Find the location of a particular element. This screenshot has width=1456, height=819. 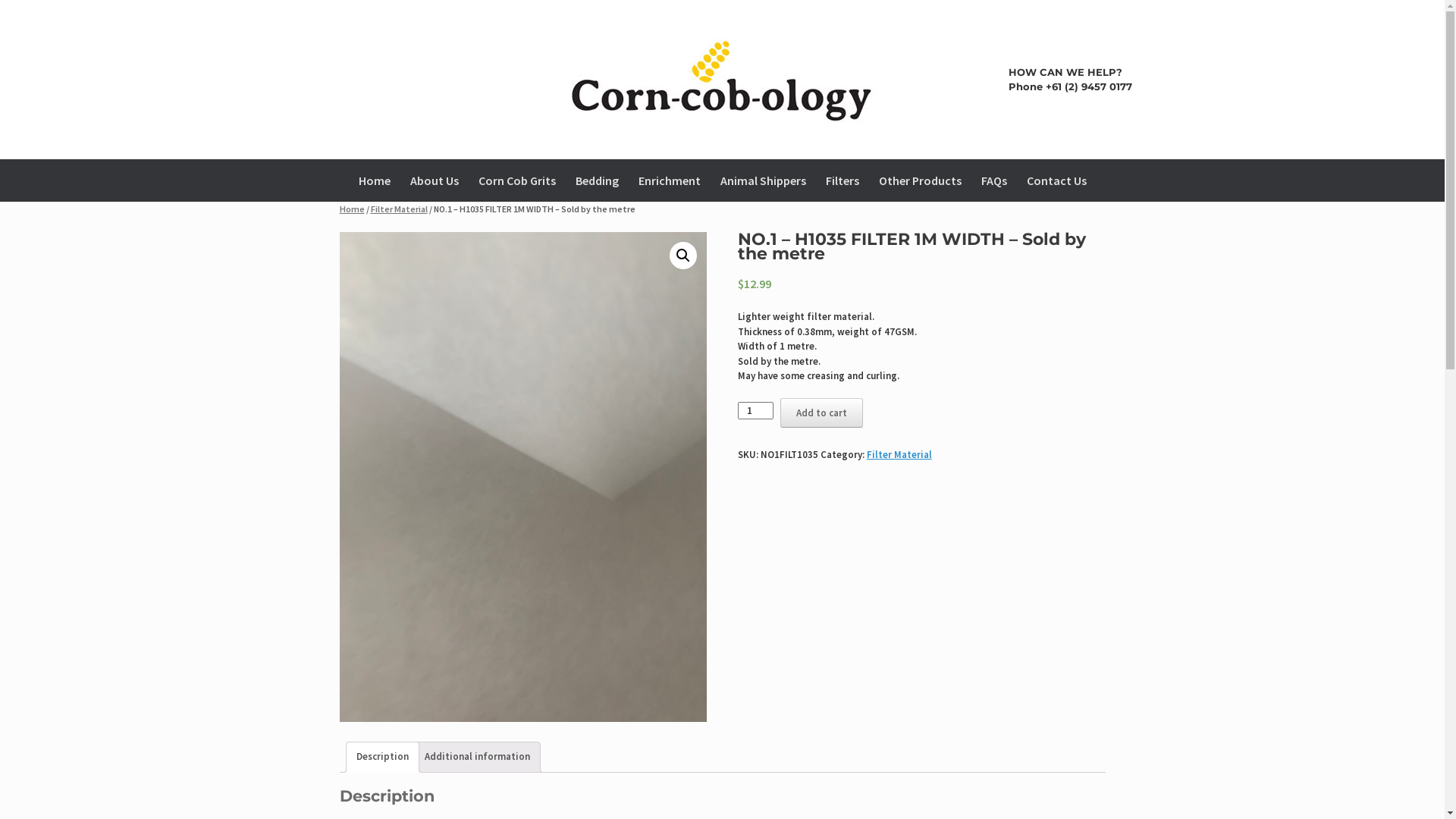

'Animal Shippers' is located at coordinates (762, 180).